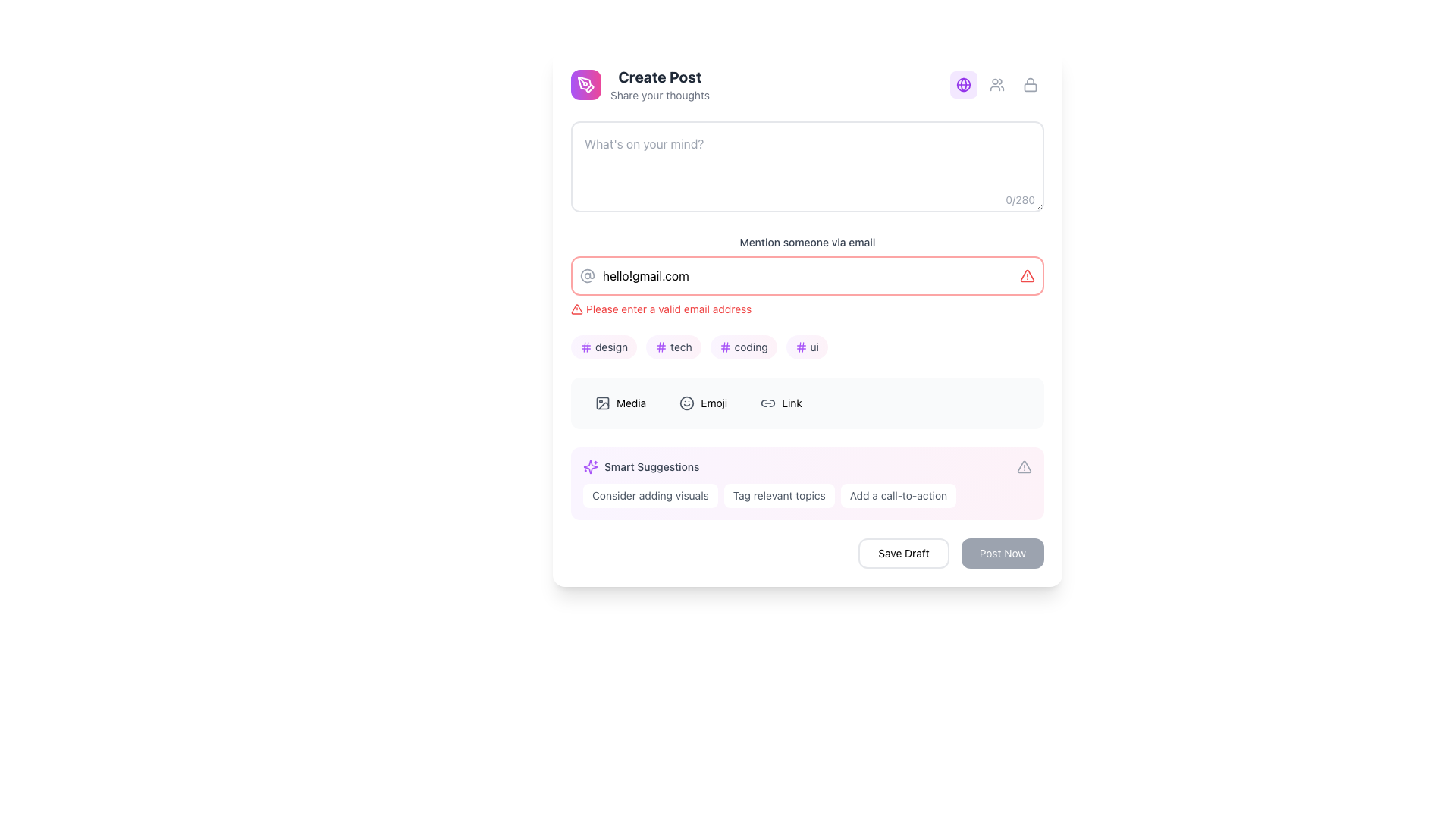 Image resolution: width=1456 pixels, height=819 pixels. Describe the element at coordinates (611, 347) in the screenshot. I see `the text label displaying 'design' within the gradient-filled button` at that location.